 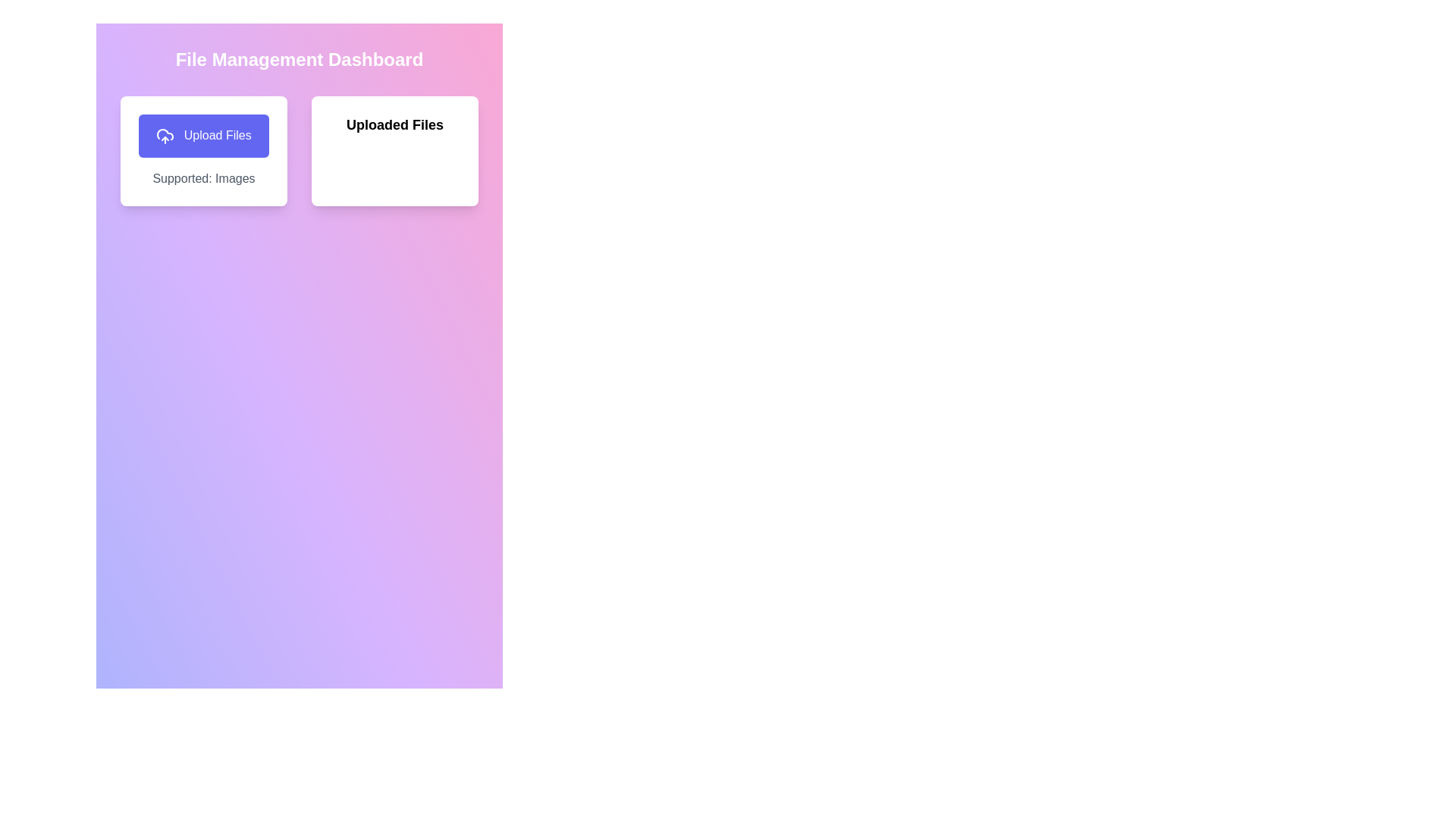 What do you see at coordinates (395, 124) in the screenshot?
I see `the header text label that serves as the title for the section displaying uploaded files, positioned at the top of the right card in the interface` at bounding box center [395, 124].